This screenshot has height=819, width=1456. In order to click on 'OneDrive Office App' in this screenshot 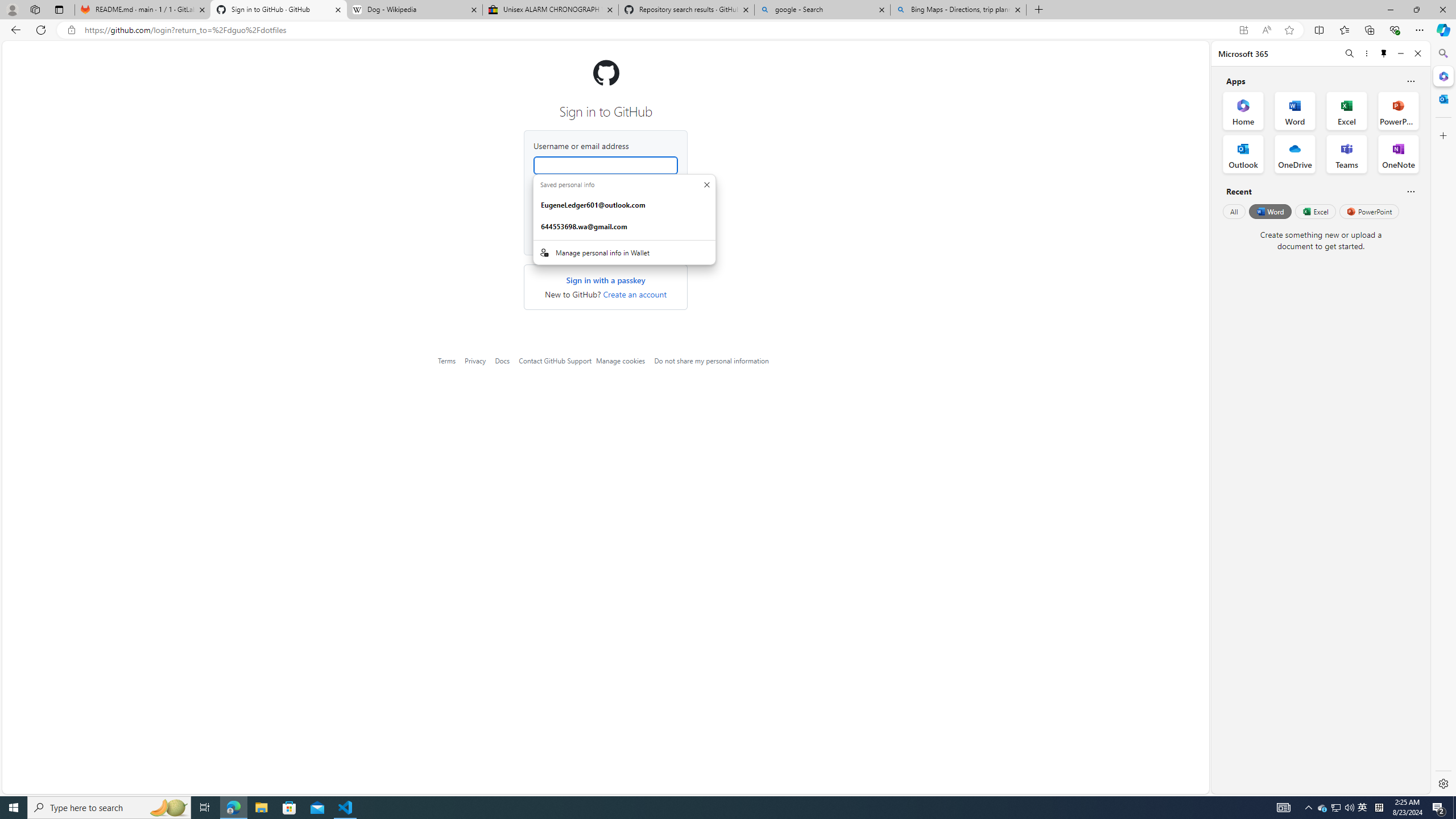, I will do `click(1294, 154)`.